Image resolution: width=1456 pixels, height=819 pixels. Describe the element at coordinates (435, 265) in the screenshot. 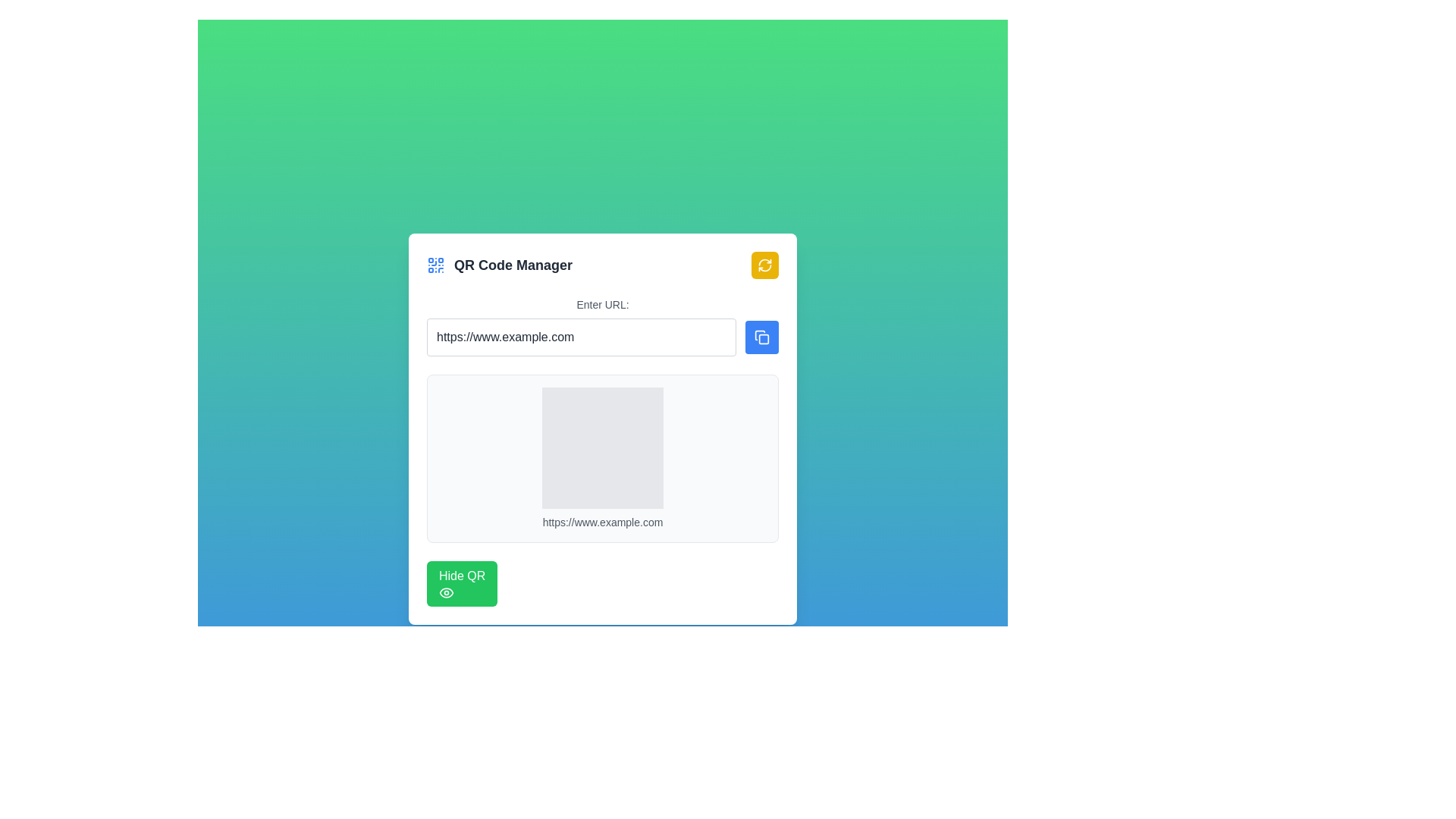

I see `the QR code icon located to the immediate left of the bolded text 'QR Code Manager' in the header section of the modal dialog box` at that location.